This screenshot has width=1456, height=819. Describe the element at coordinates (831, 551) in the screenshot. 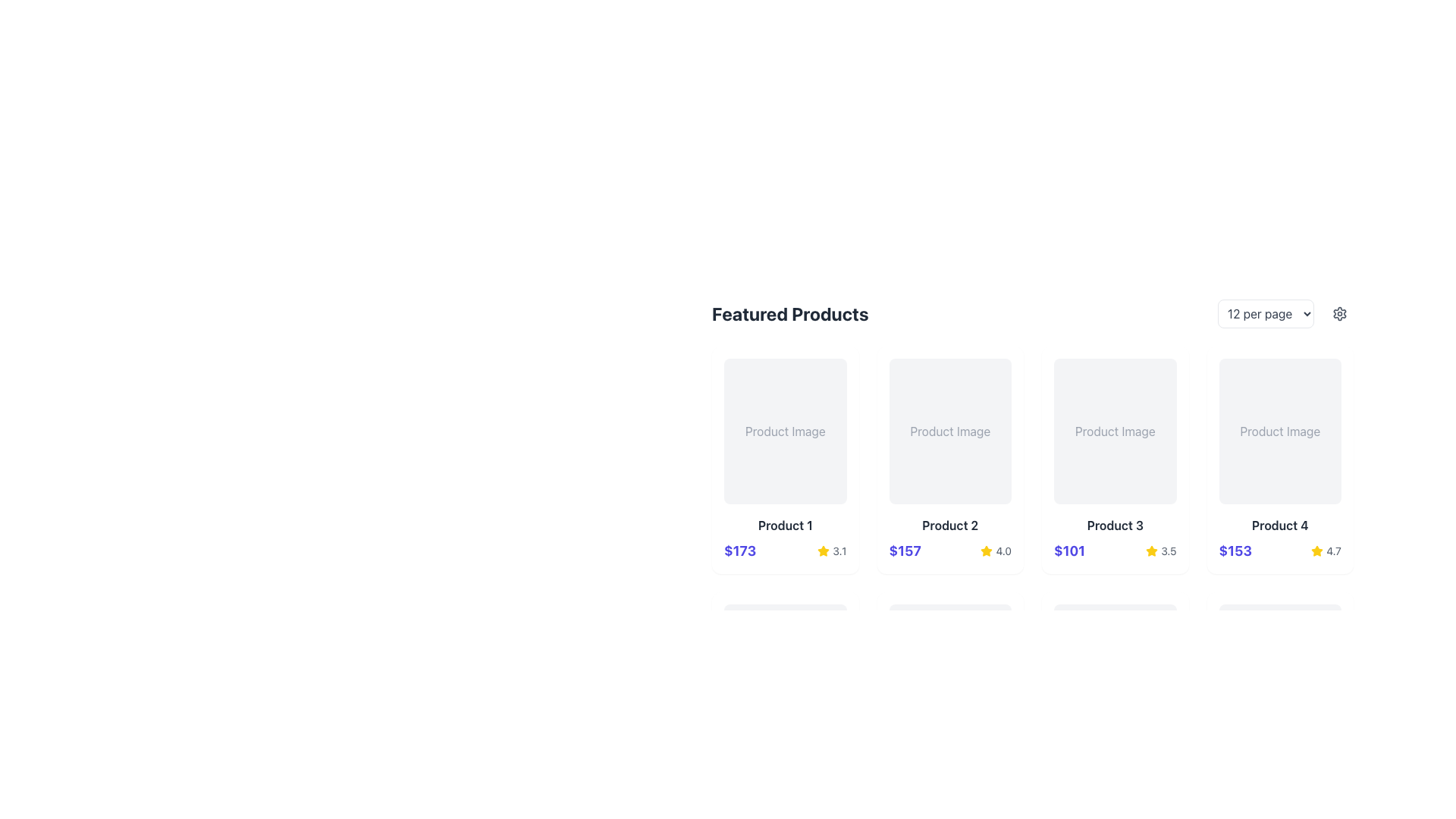

I see `the Rating display element showing '3.1' for the product in the first card, located to the right of the price tag '$173'` at that location.